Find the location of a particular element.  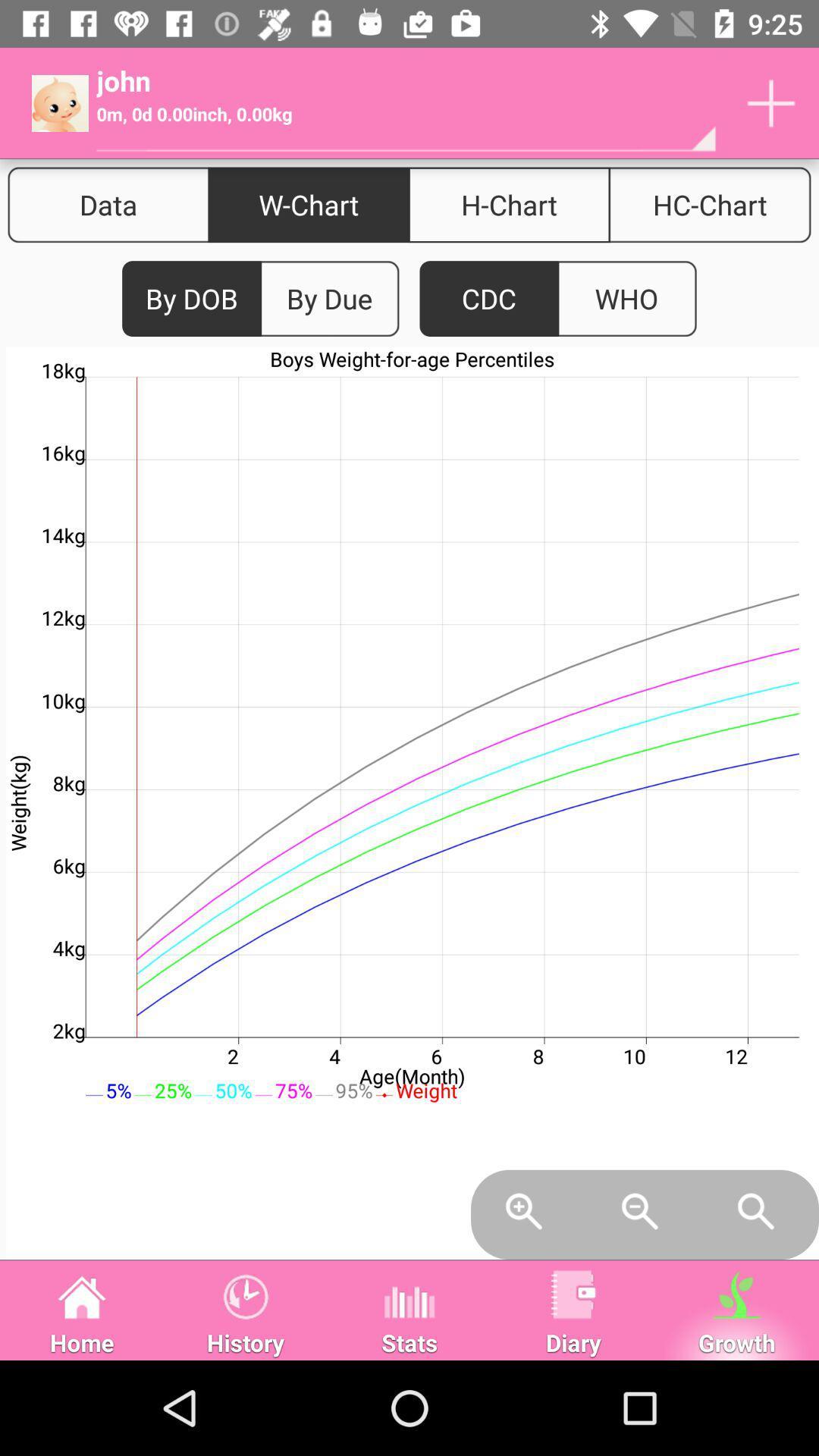

icon to the right of by dob icon is located at coordinates (328, 299).